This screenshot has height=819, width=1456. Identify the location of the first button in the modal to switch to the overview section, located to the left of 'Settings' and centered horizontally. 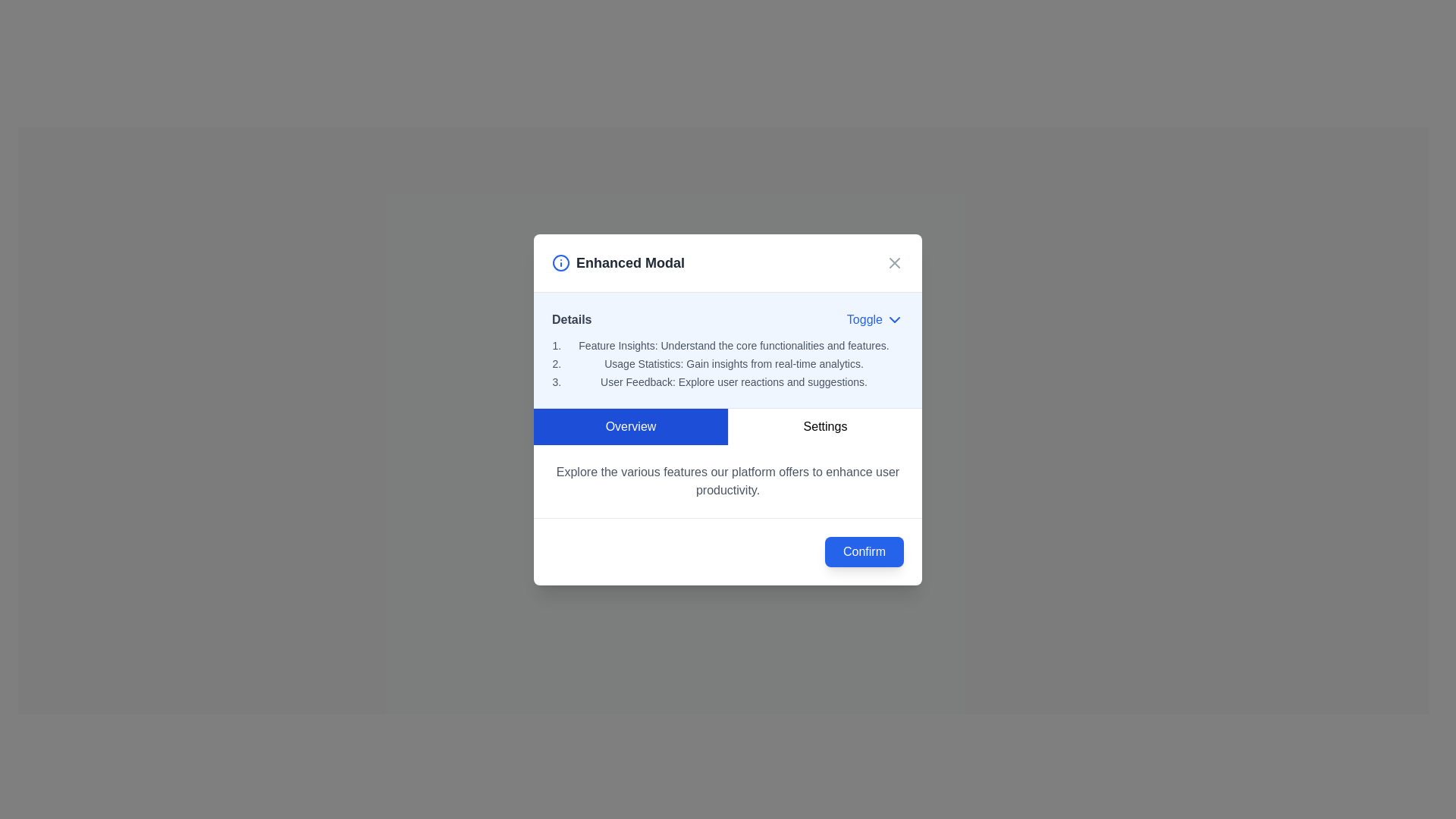
(630, 426).